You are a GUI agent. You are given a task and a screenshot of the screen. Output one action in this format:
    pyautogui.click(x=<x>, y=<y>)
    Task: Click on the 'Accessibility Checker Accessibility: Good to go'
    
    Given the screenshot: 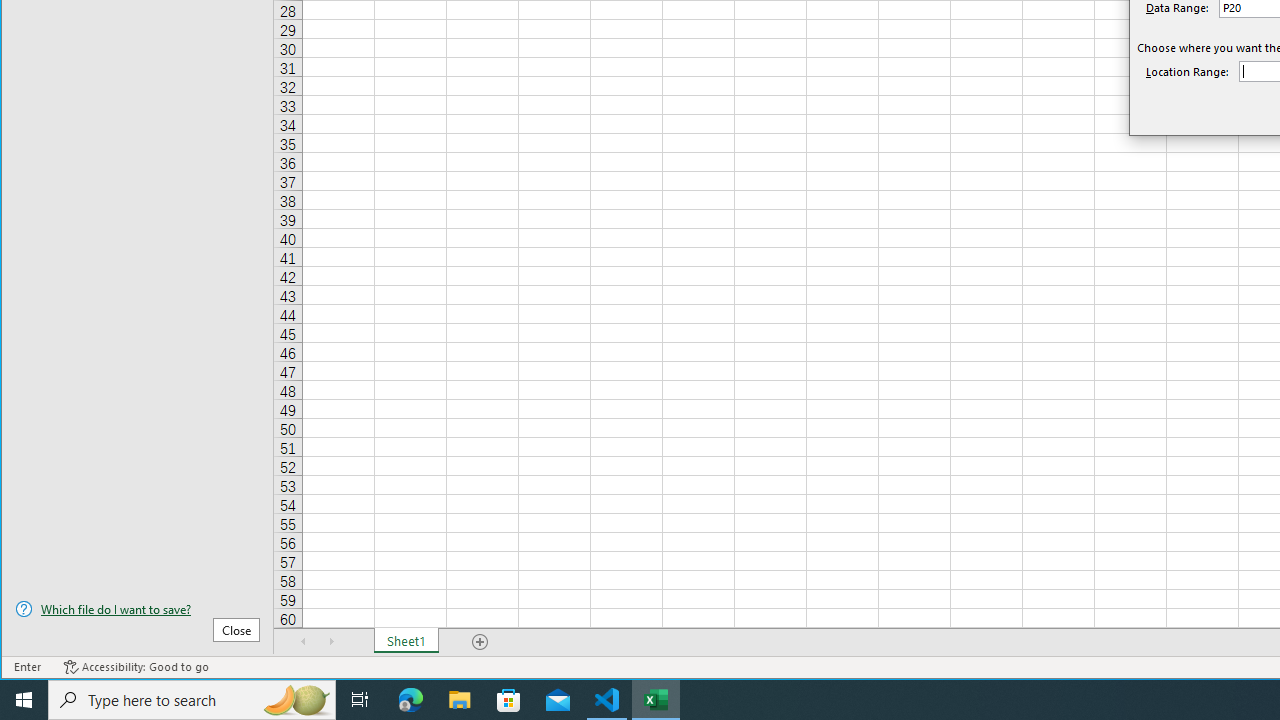 What is the action you would take?
    pyautogui.click(x=135, y=667)
    